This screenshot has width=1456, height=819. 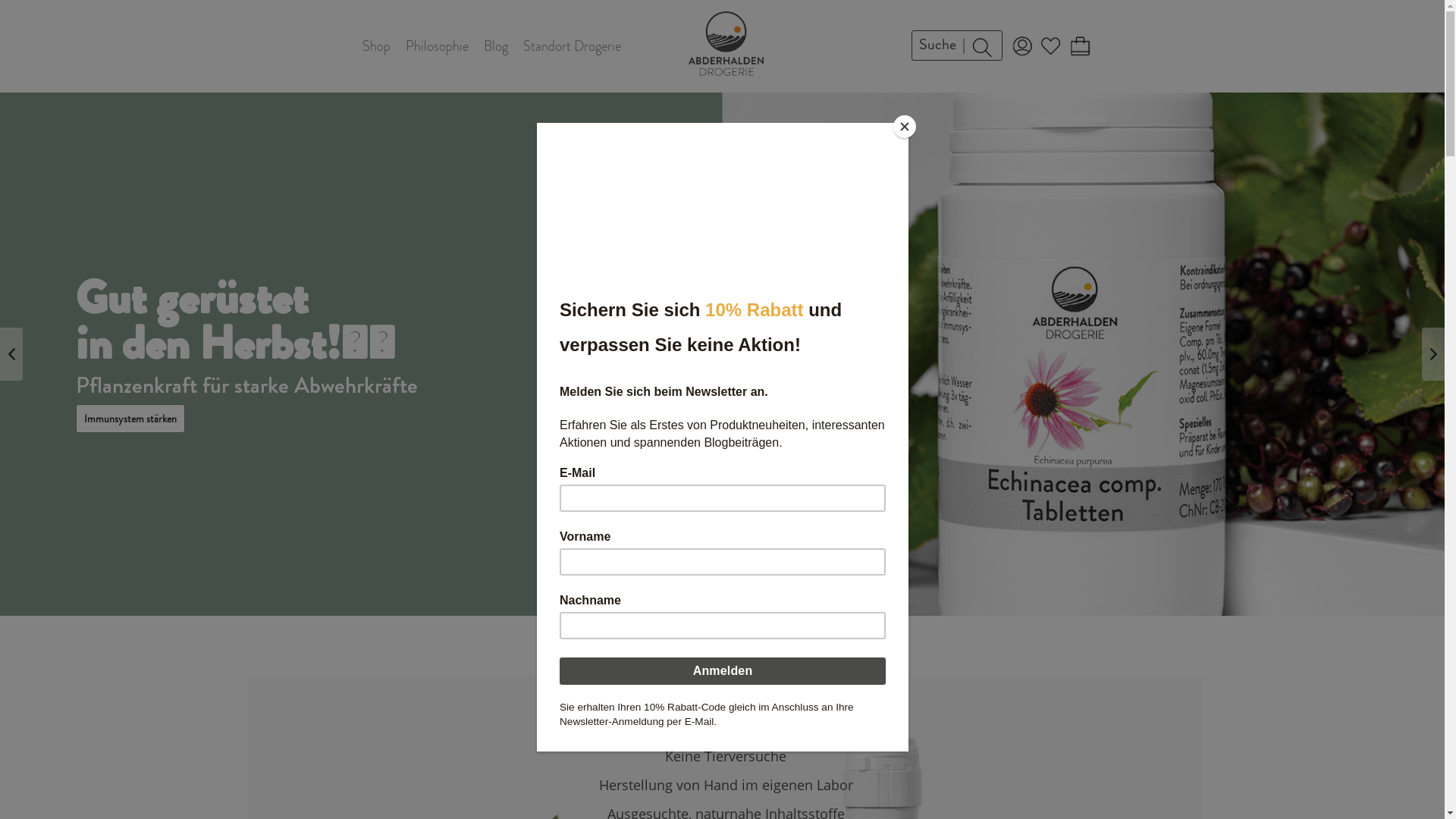 What do you see at coordinates (495, 45) in the screenshot?
I see `'Blog'` at bounding box center [495, 45].